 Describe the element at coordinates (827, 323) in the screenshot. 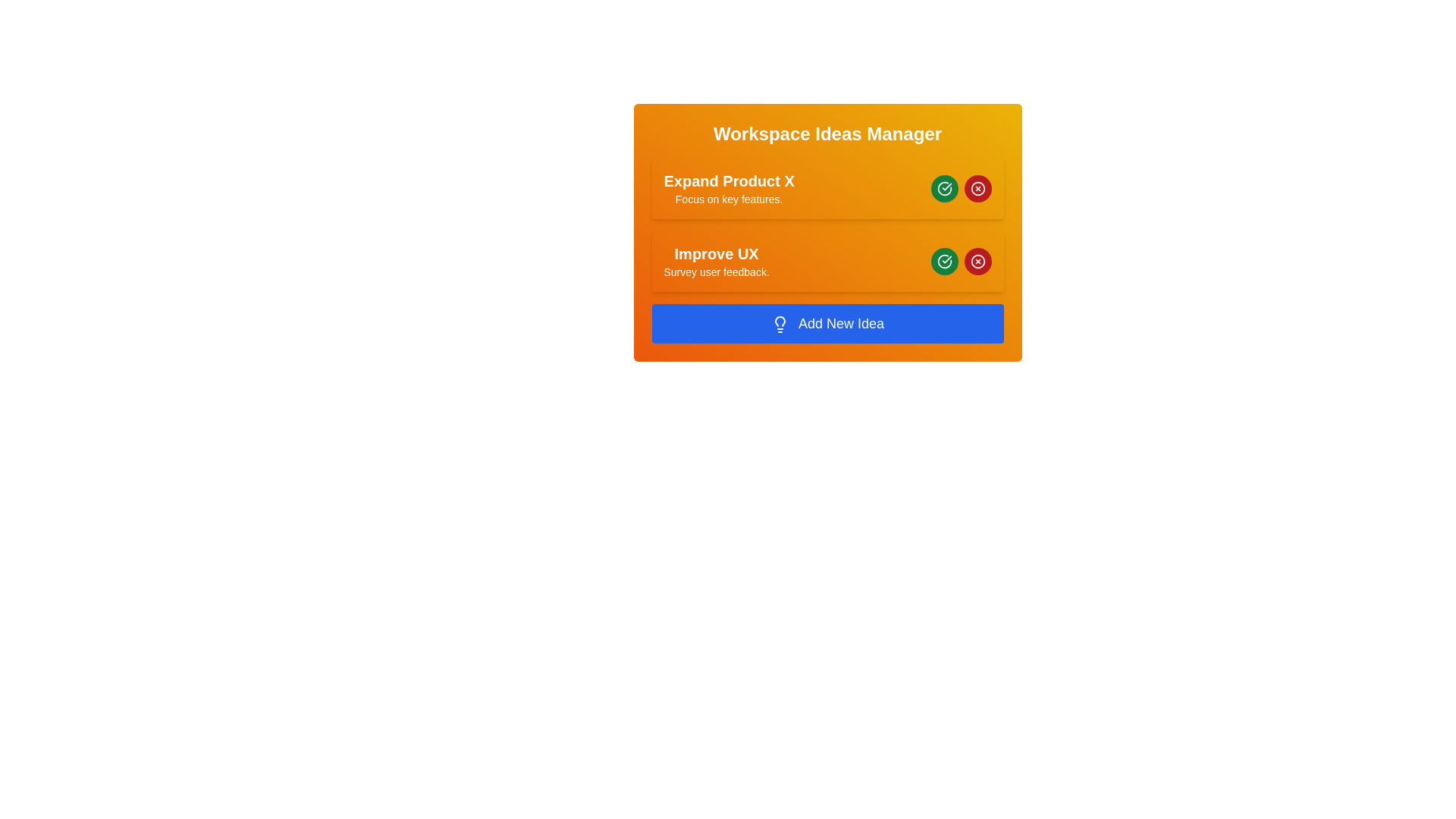

I see `the 'Add New Idea' button located at the bottom of the 'Workspace Ideas Manager' layout` at that location.